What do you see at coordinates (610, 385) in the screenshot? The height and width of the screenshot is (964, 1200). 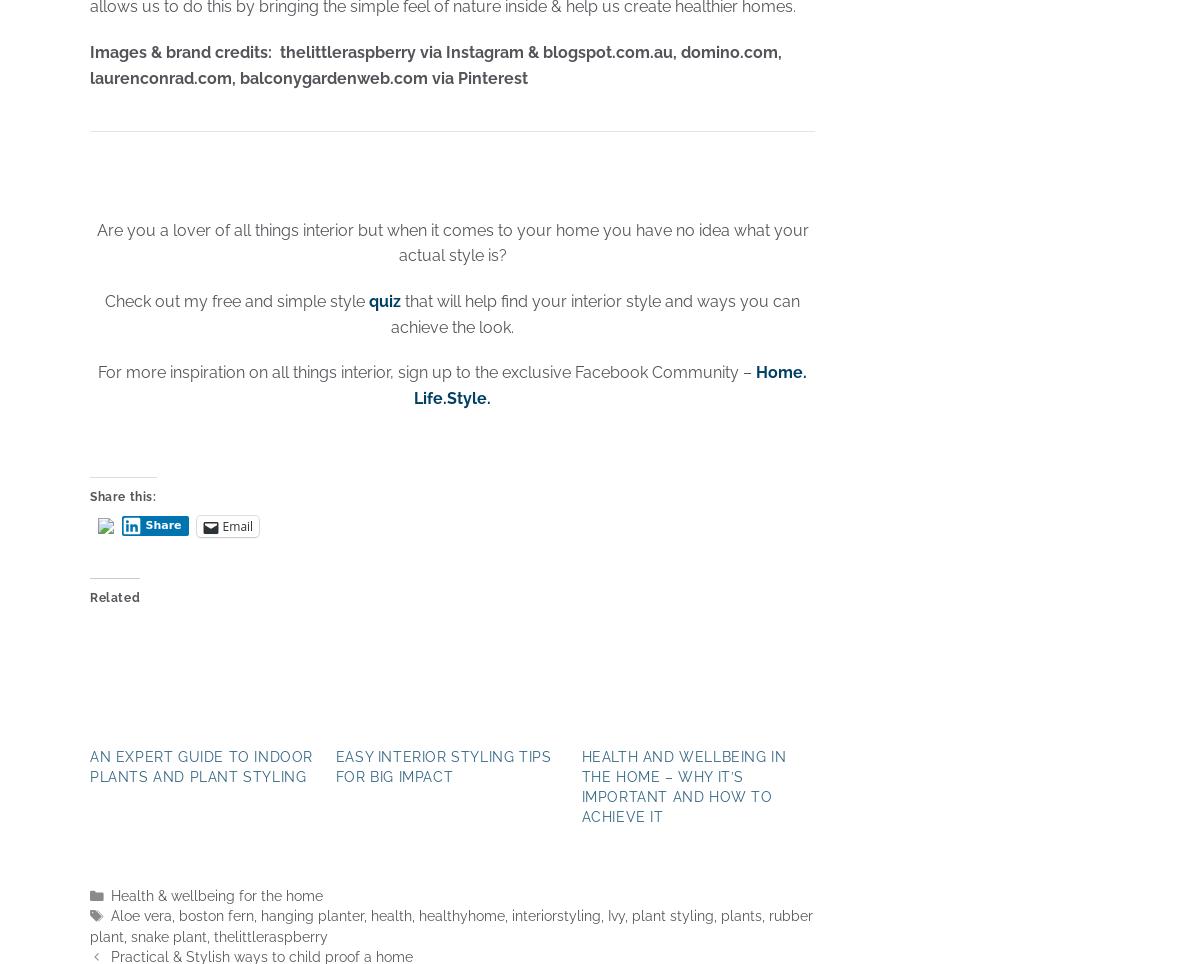 I see `'Home. Life.Style.'` at bounding box center [610, 385].